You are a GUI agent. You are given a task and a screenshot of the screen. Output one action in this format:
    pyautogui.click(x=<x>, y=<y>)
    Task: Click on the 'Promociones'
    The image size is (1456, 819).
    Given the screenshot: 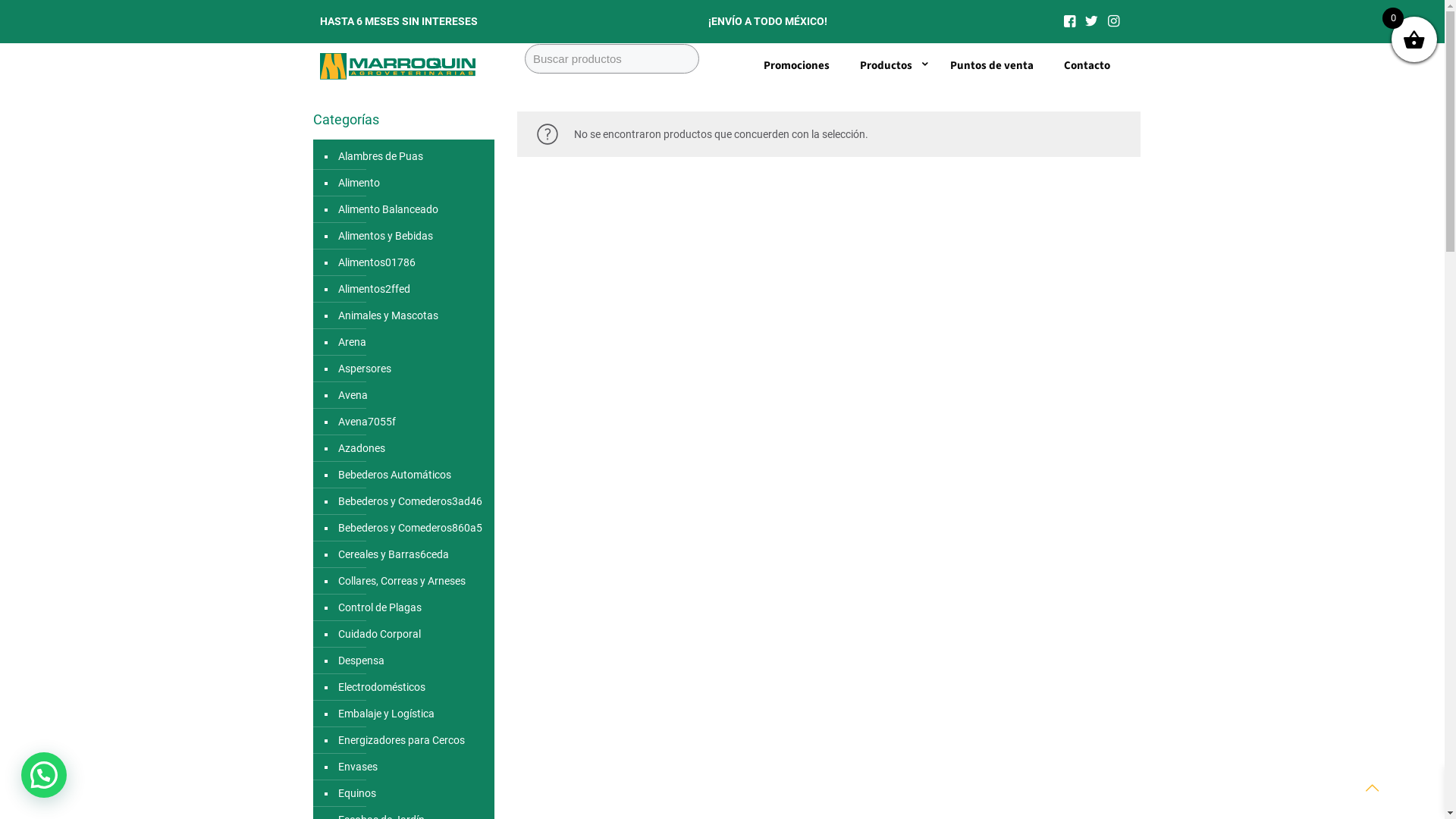 What is the action you would take?
    pyautogui.click(x=795, y=65)
    